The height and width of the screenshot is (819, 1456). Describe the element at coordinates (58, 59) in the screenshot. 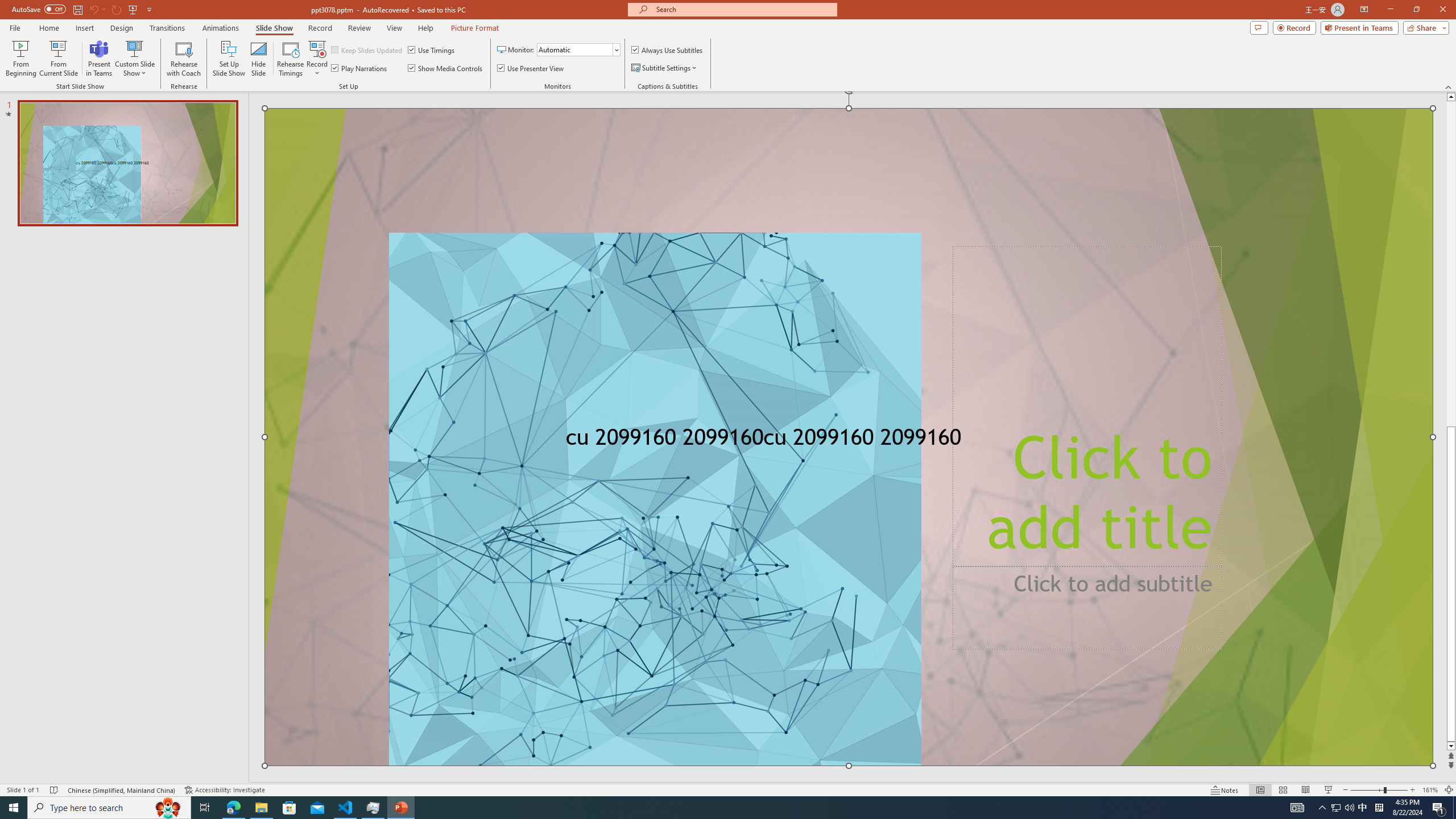

I see `'From Current Slide'` at that location.